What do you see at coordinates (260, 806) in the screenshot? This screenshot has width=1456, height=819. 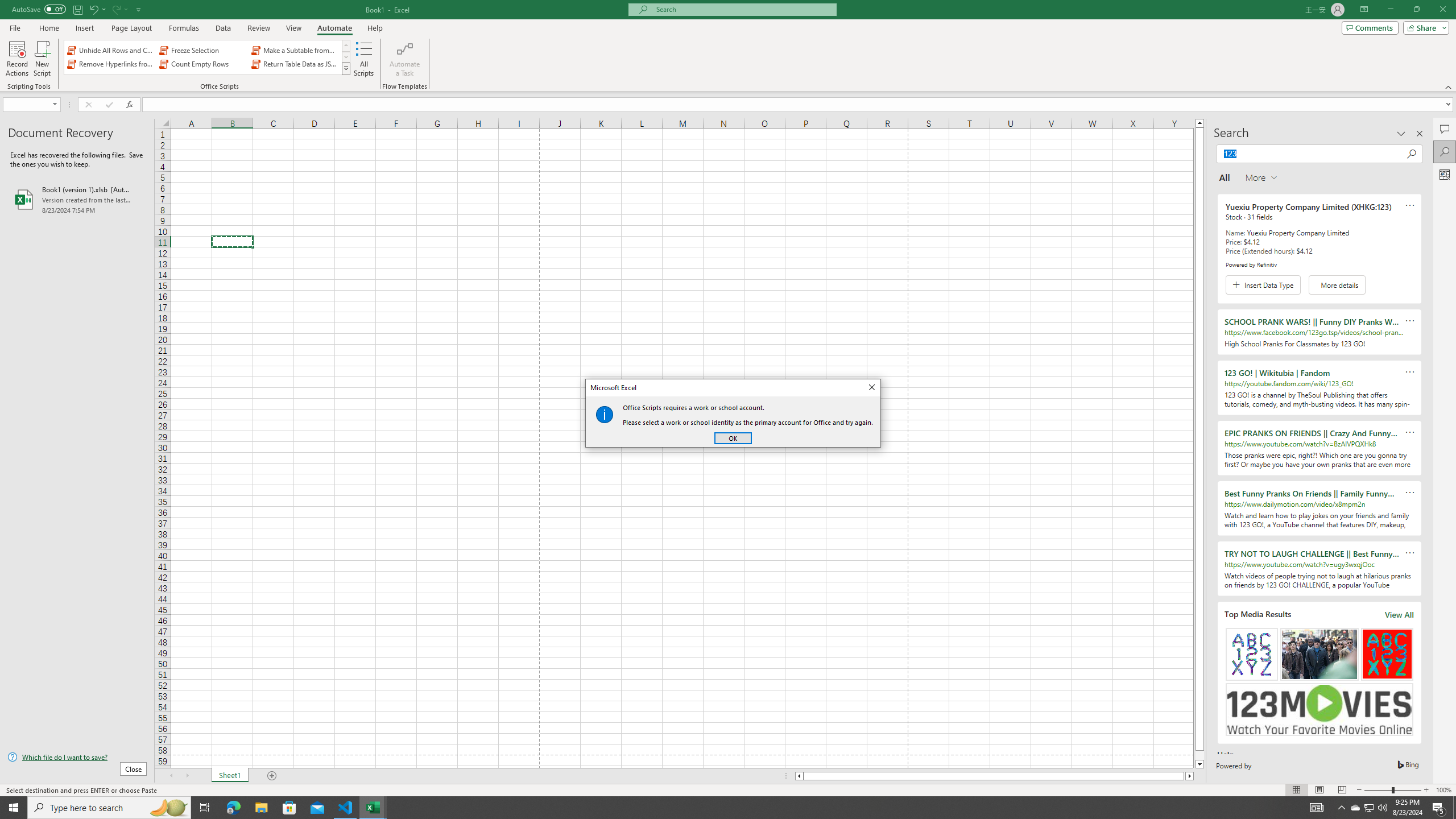 I see `'File Explorer'` at bounding box center [260, 806].